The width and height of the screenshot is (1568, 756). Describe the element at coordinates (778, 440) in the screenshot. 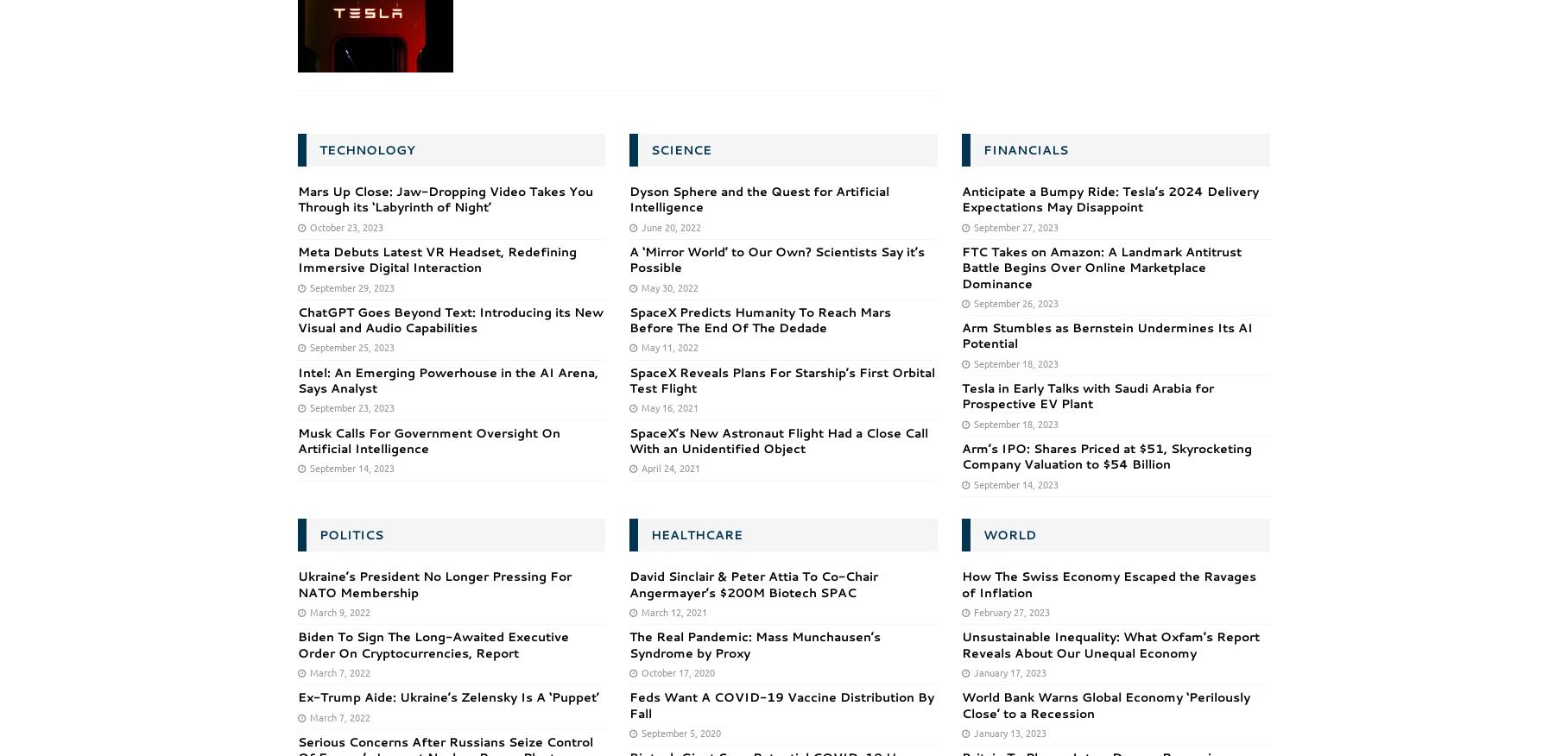

I see `'SpaceX’s New Astronaut Flight Had a Close Call With an Unidentified Object'` at that location.